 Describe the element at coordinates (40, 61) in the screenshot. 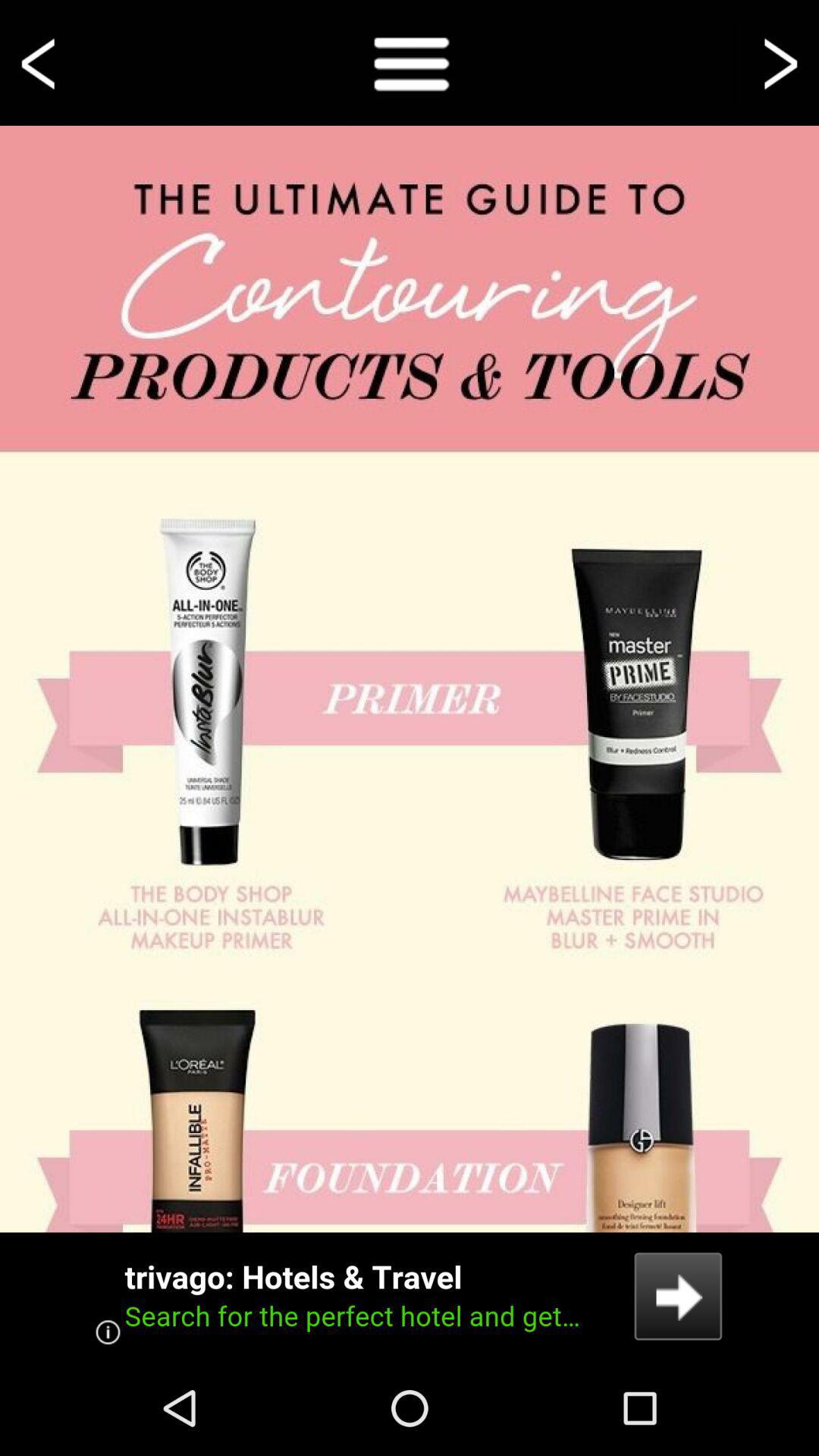

I see `return to the previous screen` at that location.